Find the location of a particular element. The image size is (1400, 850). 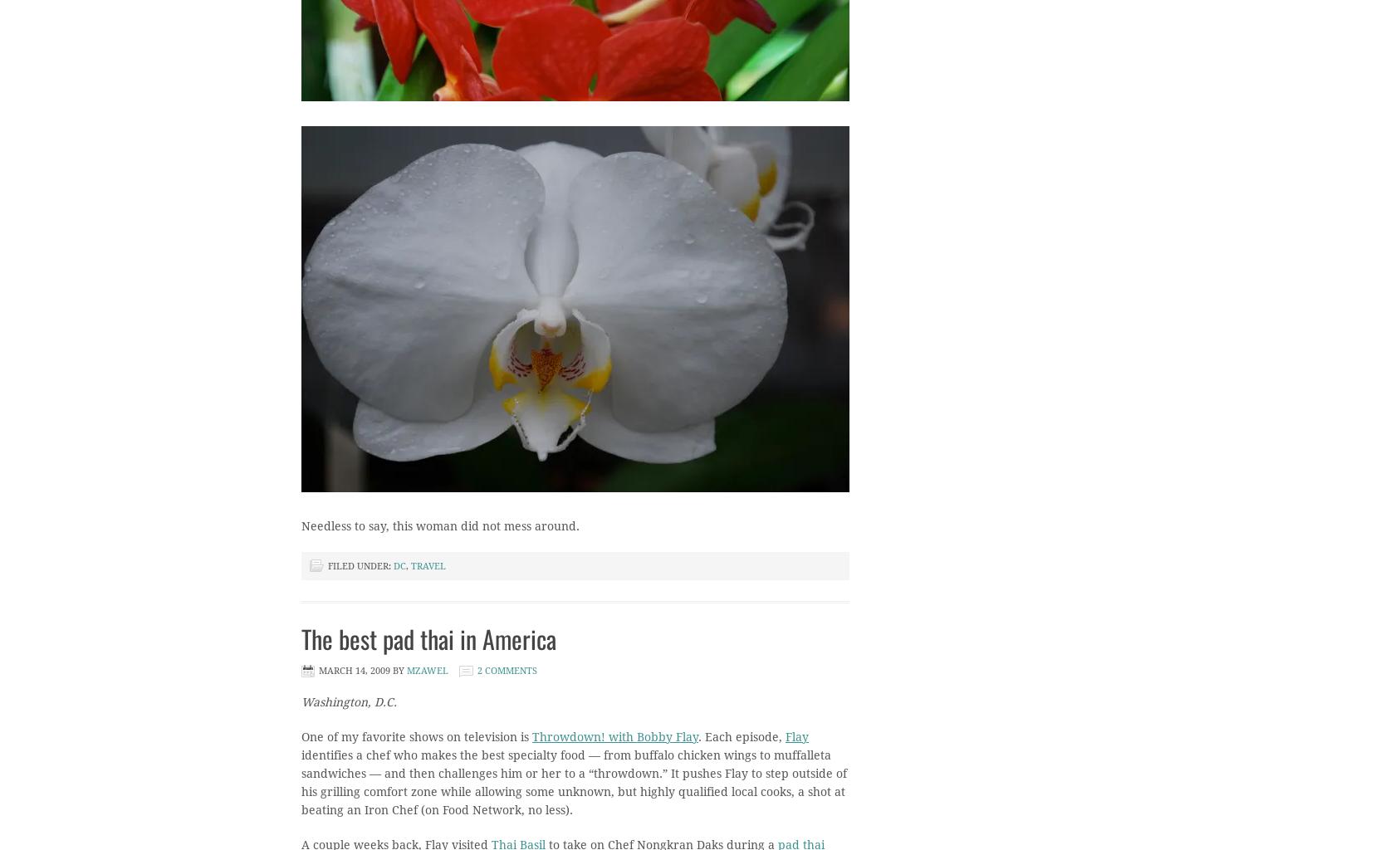

'. Each episode,' is located at coordinates (698, 737).